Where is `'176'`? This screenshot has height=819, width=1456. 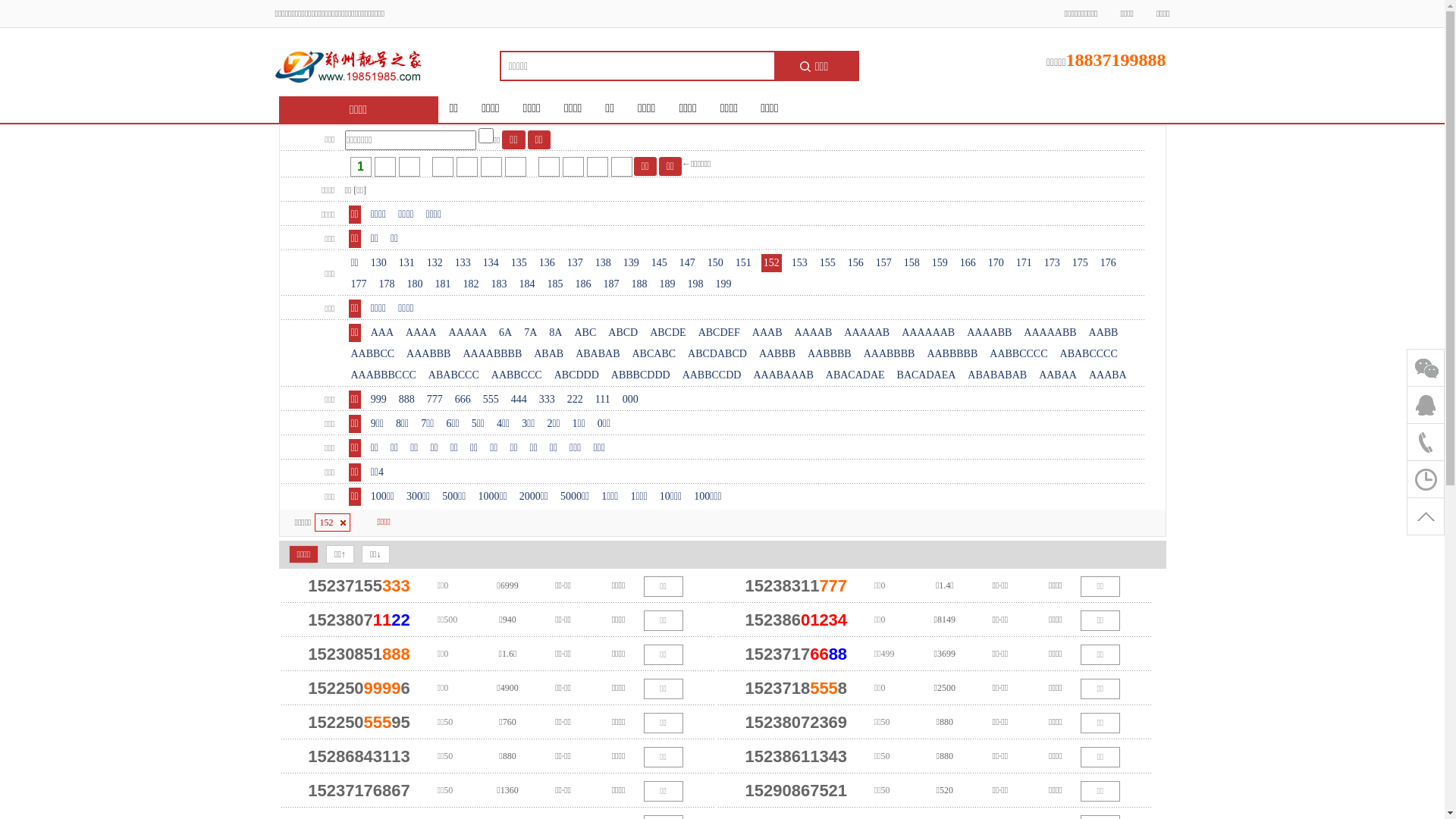
'176' is located at coordinates (1098, 262).